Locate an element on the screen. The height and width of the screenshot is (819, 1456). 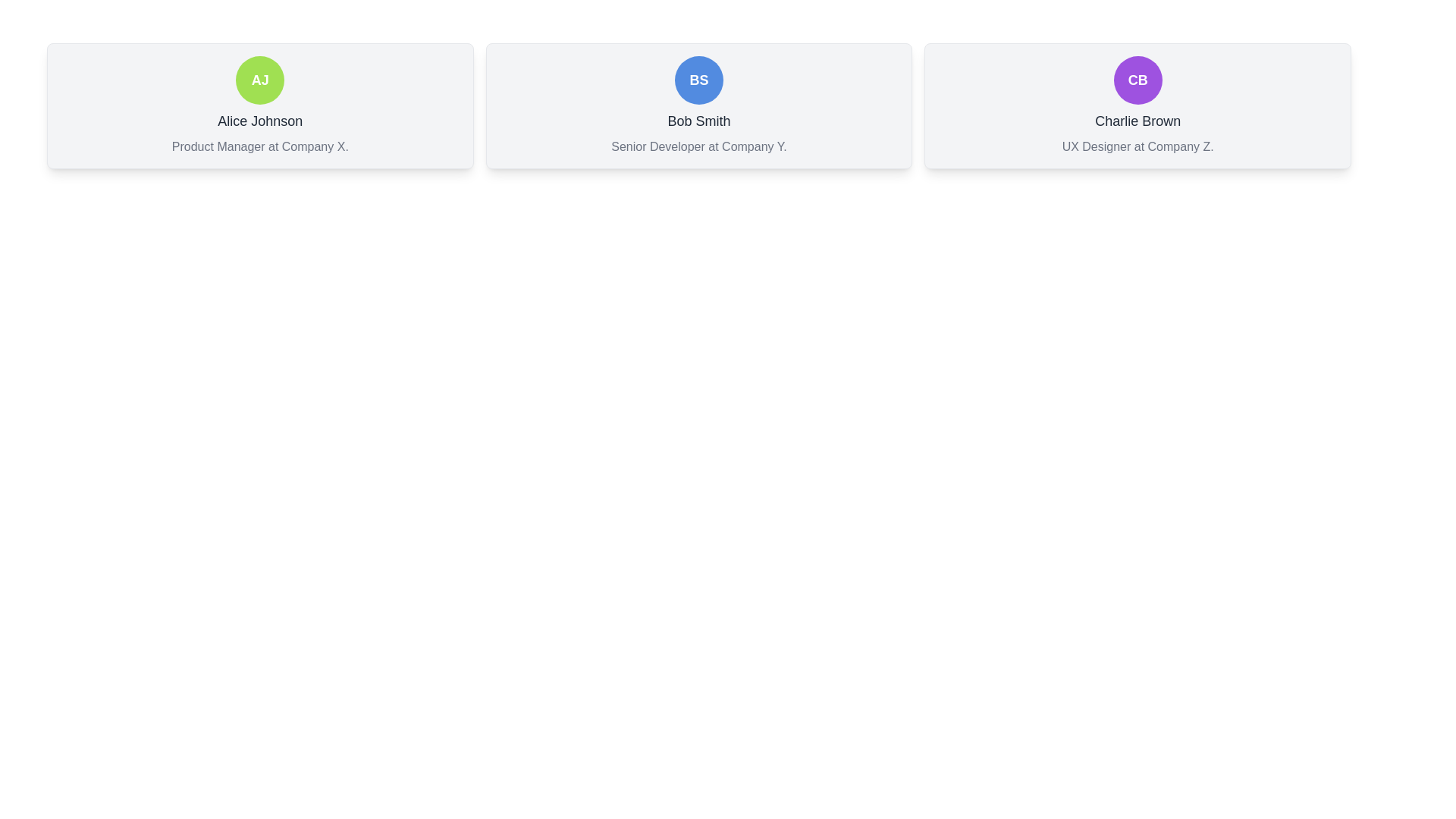
the circular avatar icon with a bright green background containing the characters 'AJ' in bold, located at the top center of the card for Alice Johnson is located at coordinates (260, 80).